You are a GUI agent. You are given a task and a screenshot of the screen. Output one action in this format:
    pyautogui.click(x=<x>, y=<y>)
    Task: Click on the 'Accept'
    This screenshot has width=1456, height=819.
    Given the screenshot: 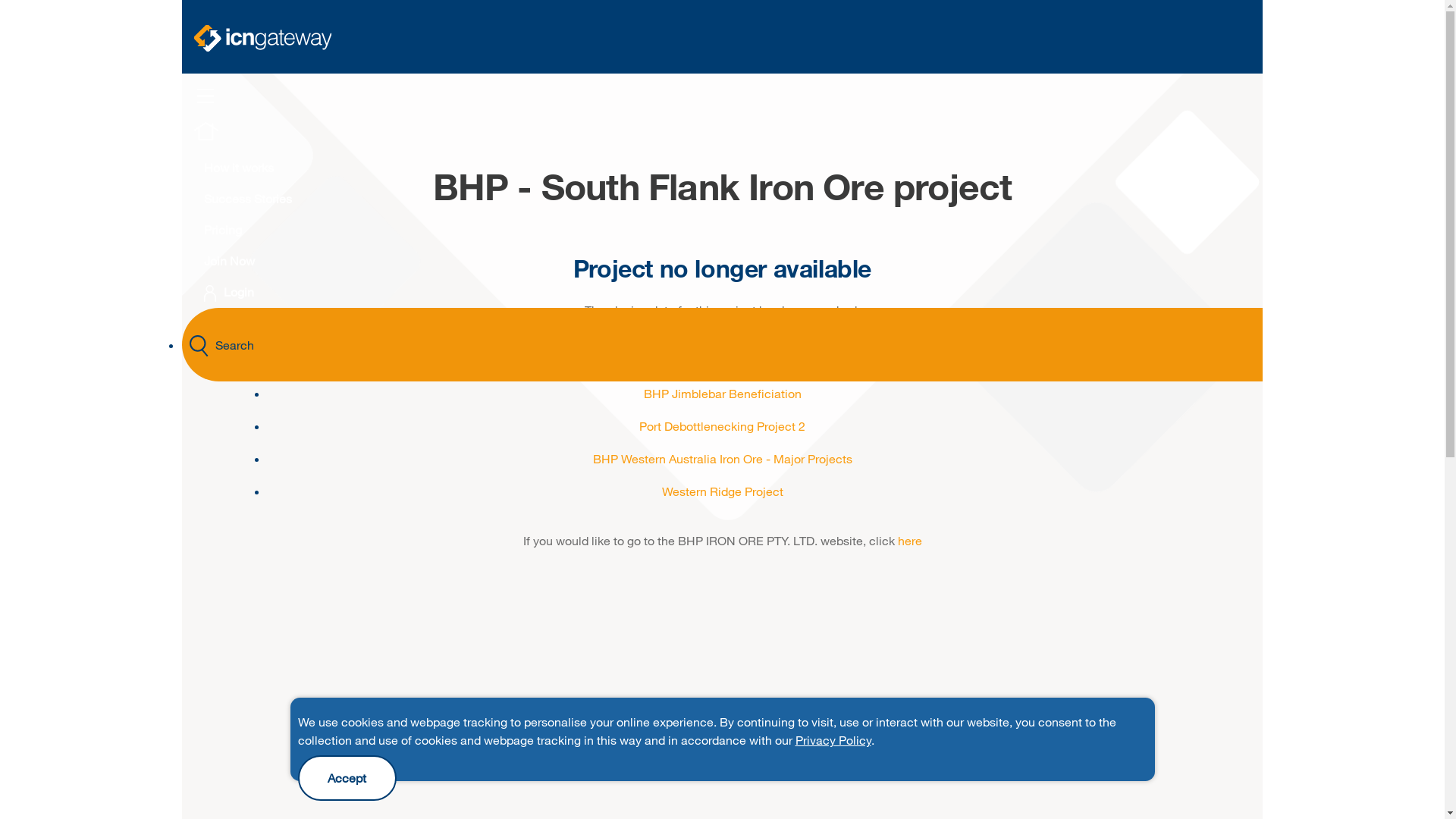 What is the action you would take?
    pyautogui.click(x=345, y=778)
    